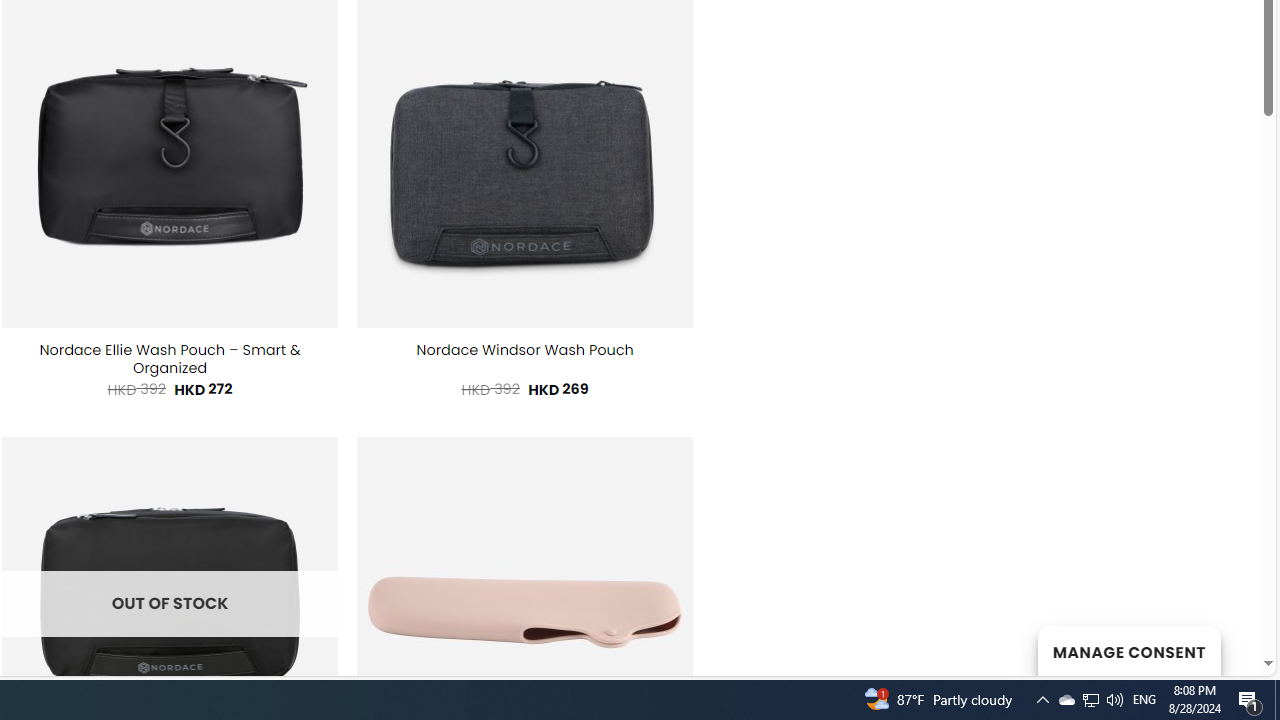 Image resolution: width=1280 pixels, height=720 pixels. I want to click on 'Nordace Windsor Wash Pouch', so click(524, 349).